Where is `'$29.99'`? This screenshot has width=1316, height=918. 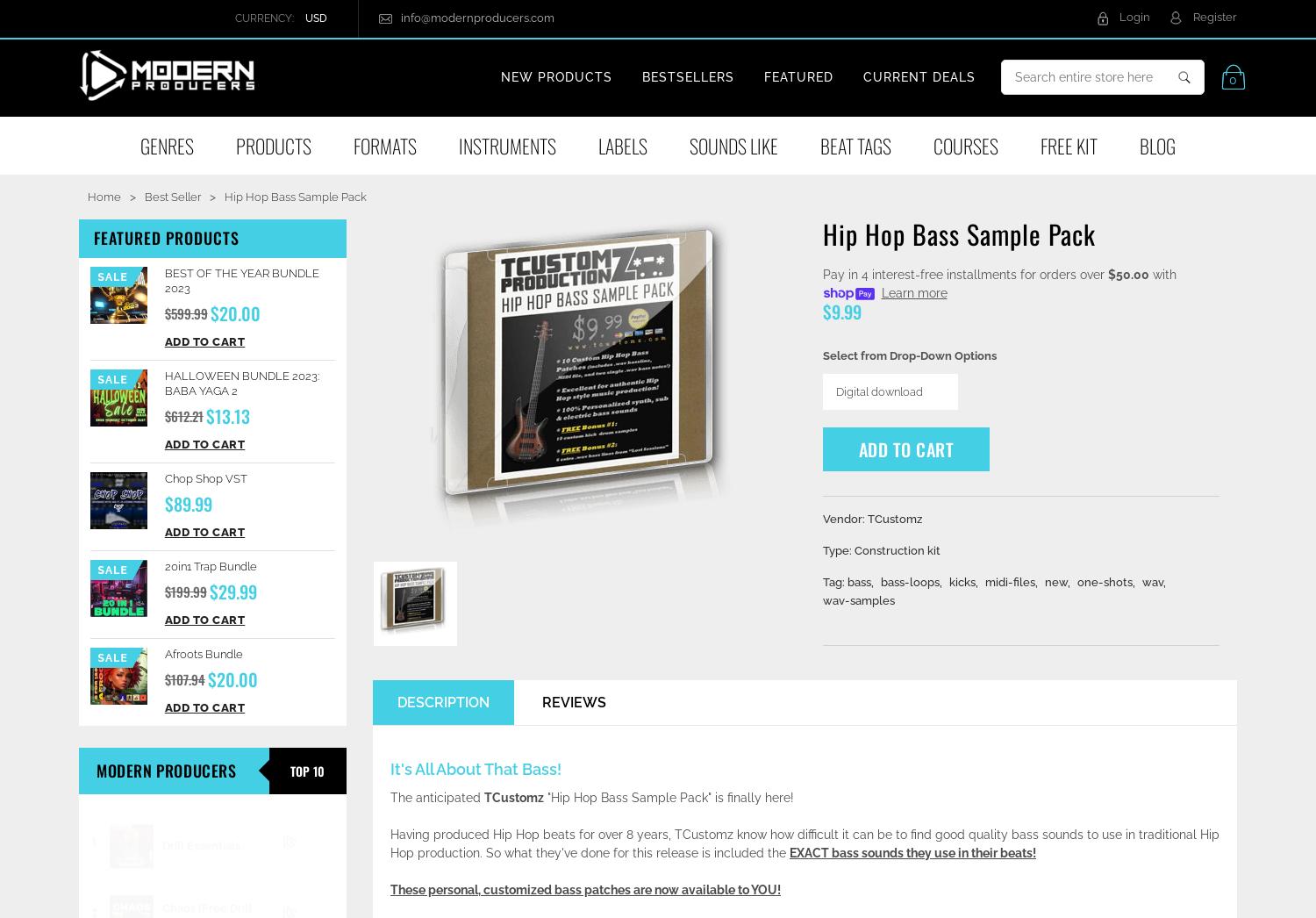 '$29.99' is located at coordinates (232, 589).